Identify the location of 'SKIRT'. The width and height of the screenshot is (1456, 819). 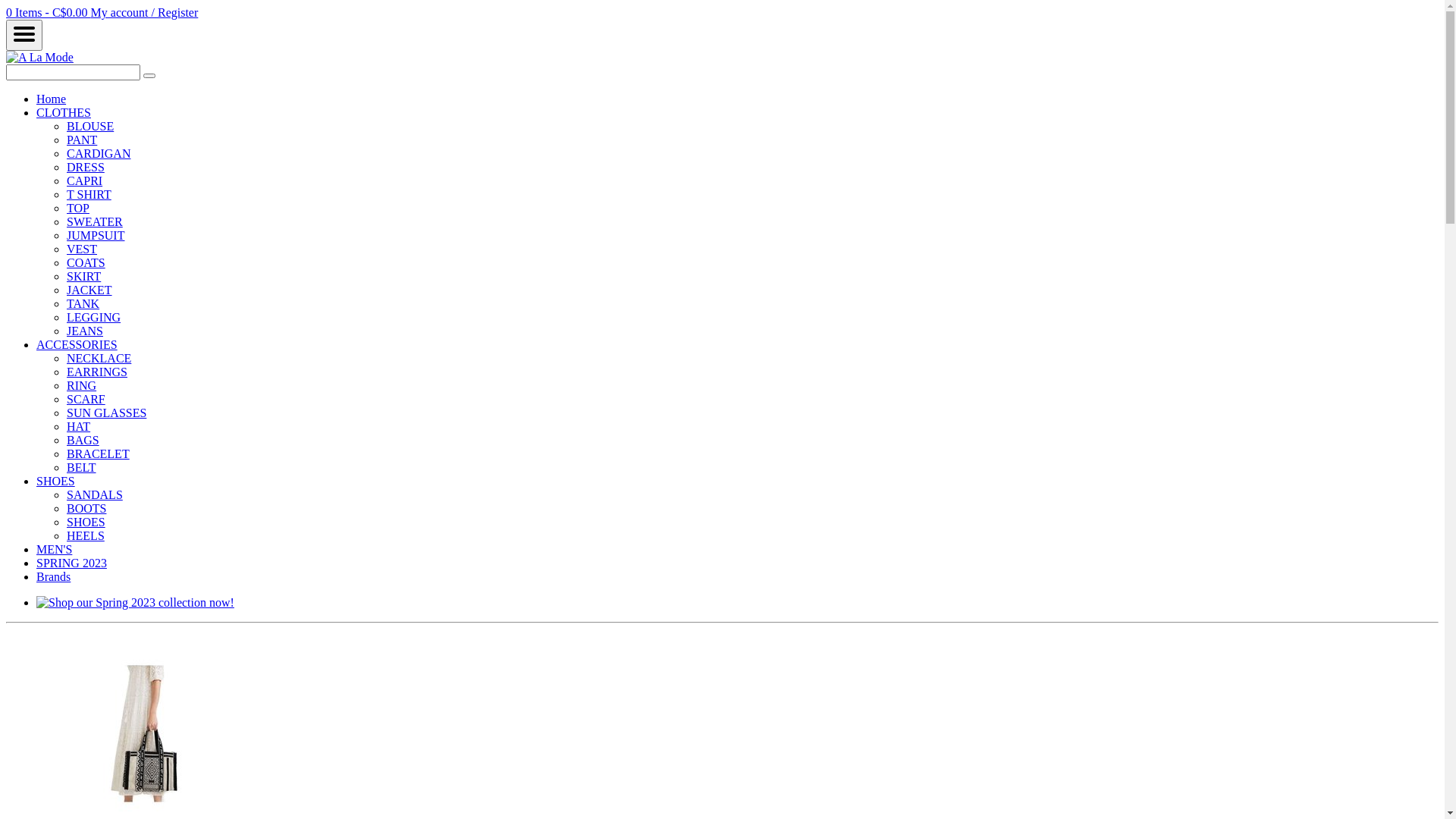
(83, 276).